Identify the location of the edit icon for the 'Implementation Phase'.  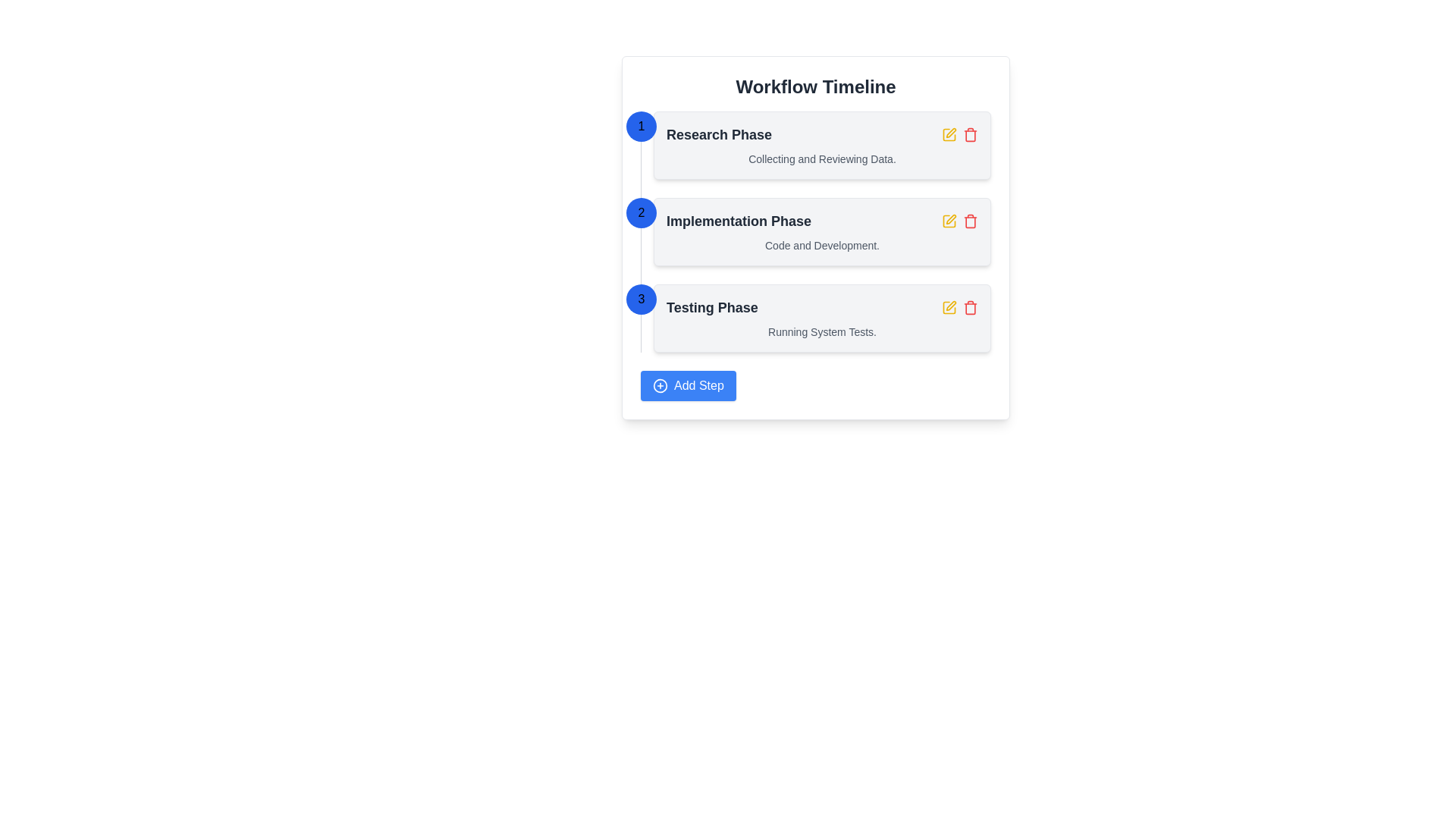
(949, 133).